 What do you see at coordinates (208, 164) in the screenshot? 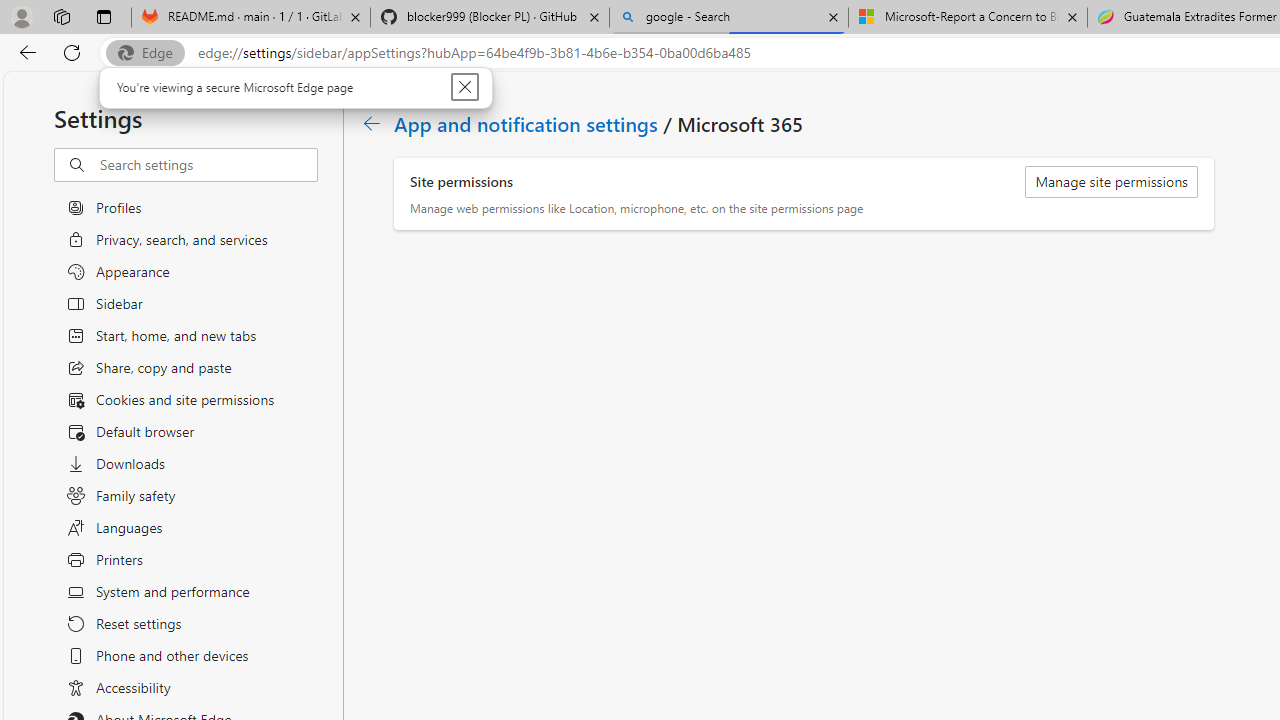
I see `'Search settings'` at bounding box center [208, 164].